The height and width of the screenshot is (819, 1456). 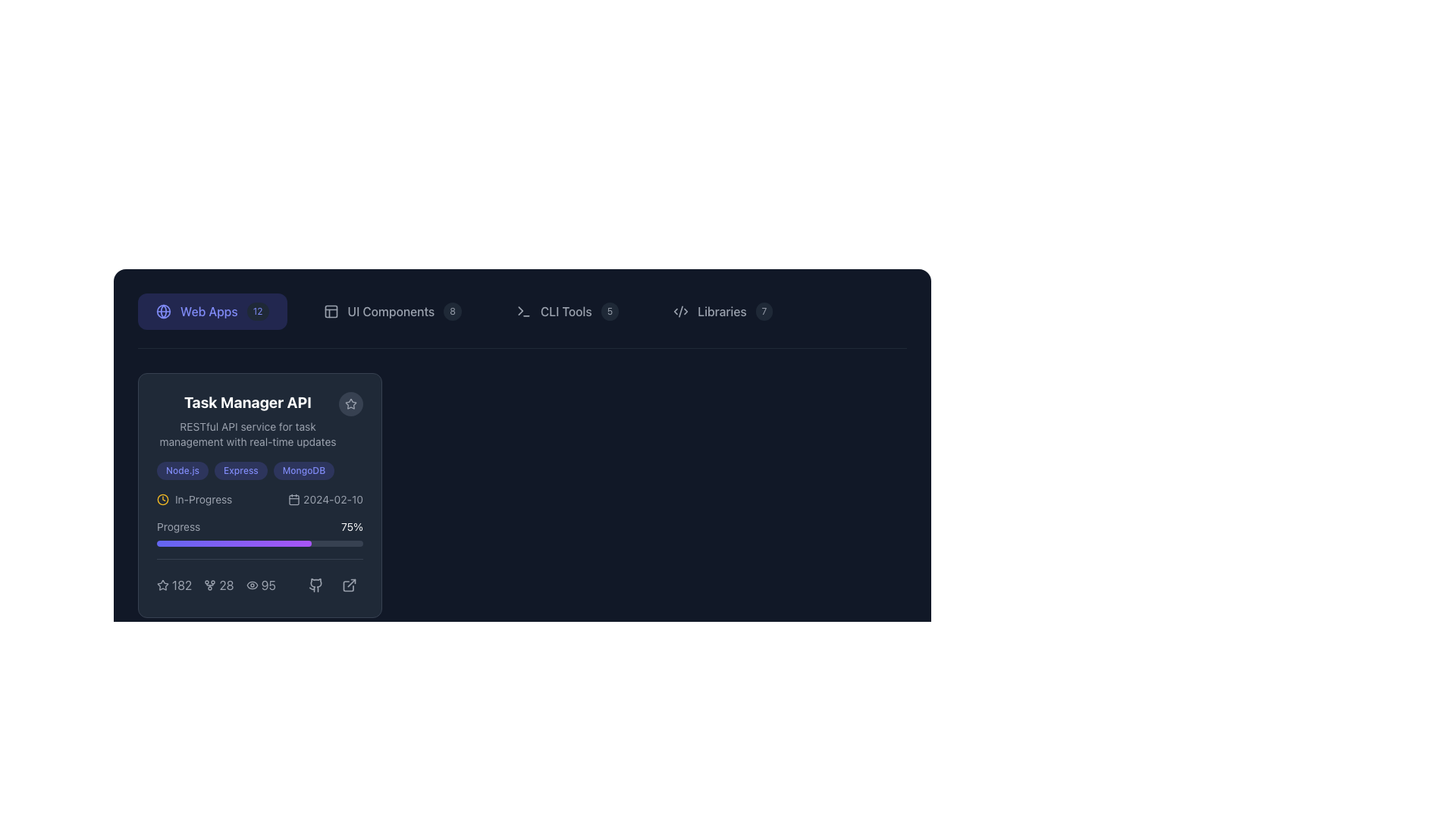 What do you see at coordinates (259, 532) in the screenshot?
I see `the Progress bar widget labeled 'Progress' with a percentage of '75%' located within the 'Task Manager API' card` at bounding box center [259, 532].